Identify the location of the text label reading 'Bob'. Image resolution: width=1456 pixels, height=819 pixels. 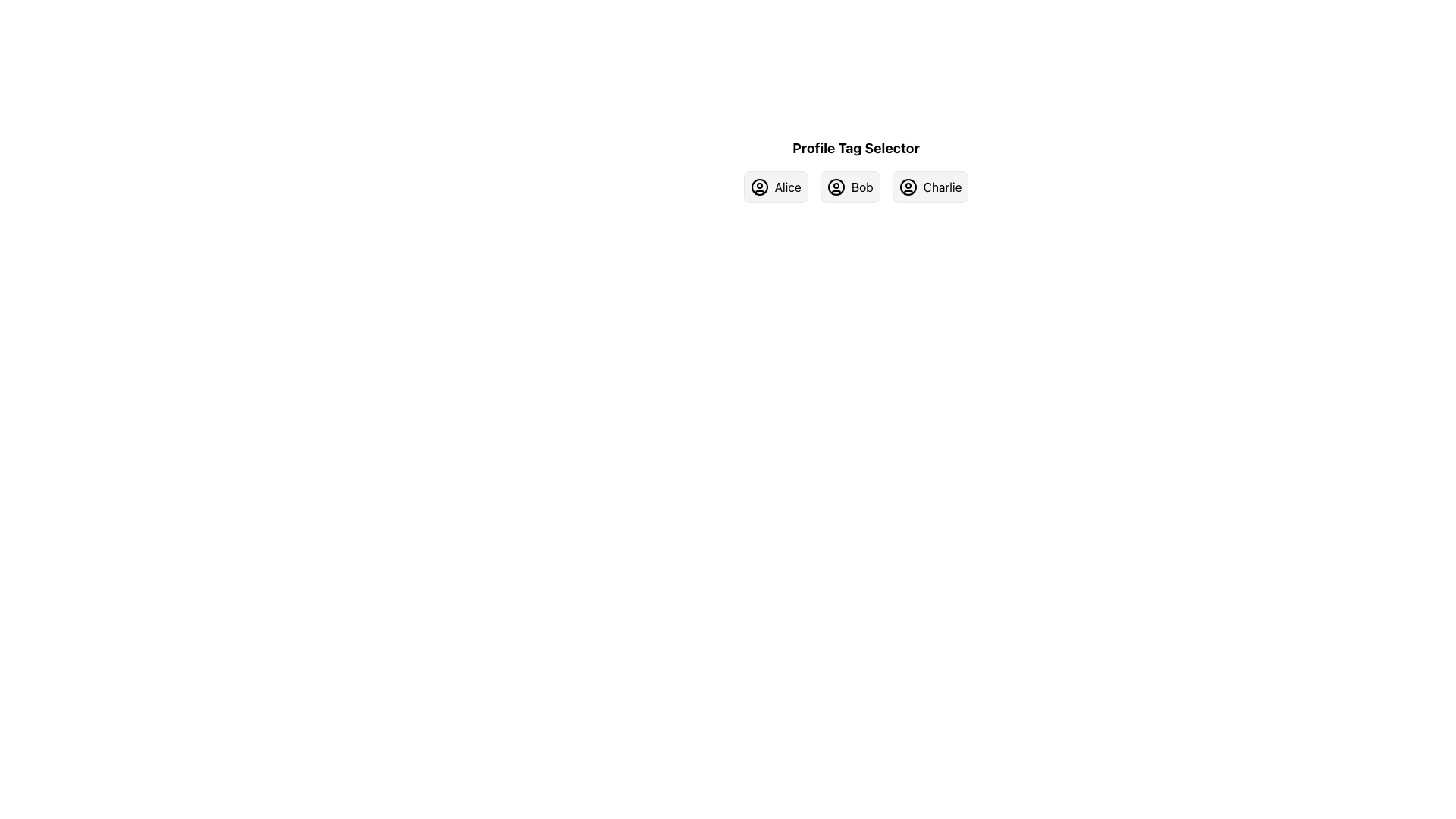
(862, 186).